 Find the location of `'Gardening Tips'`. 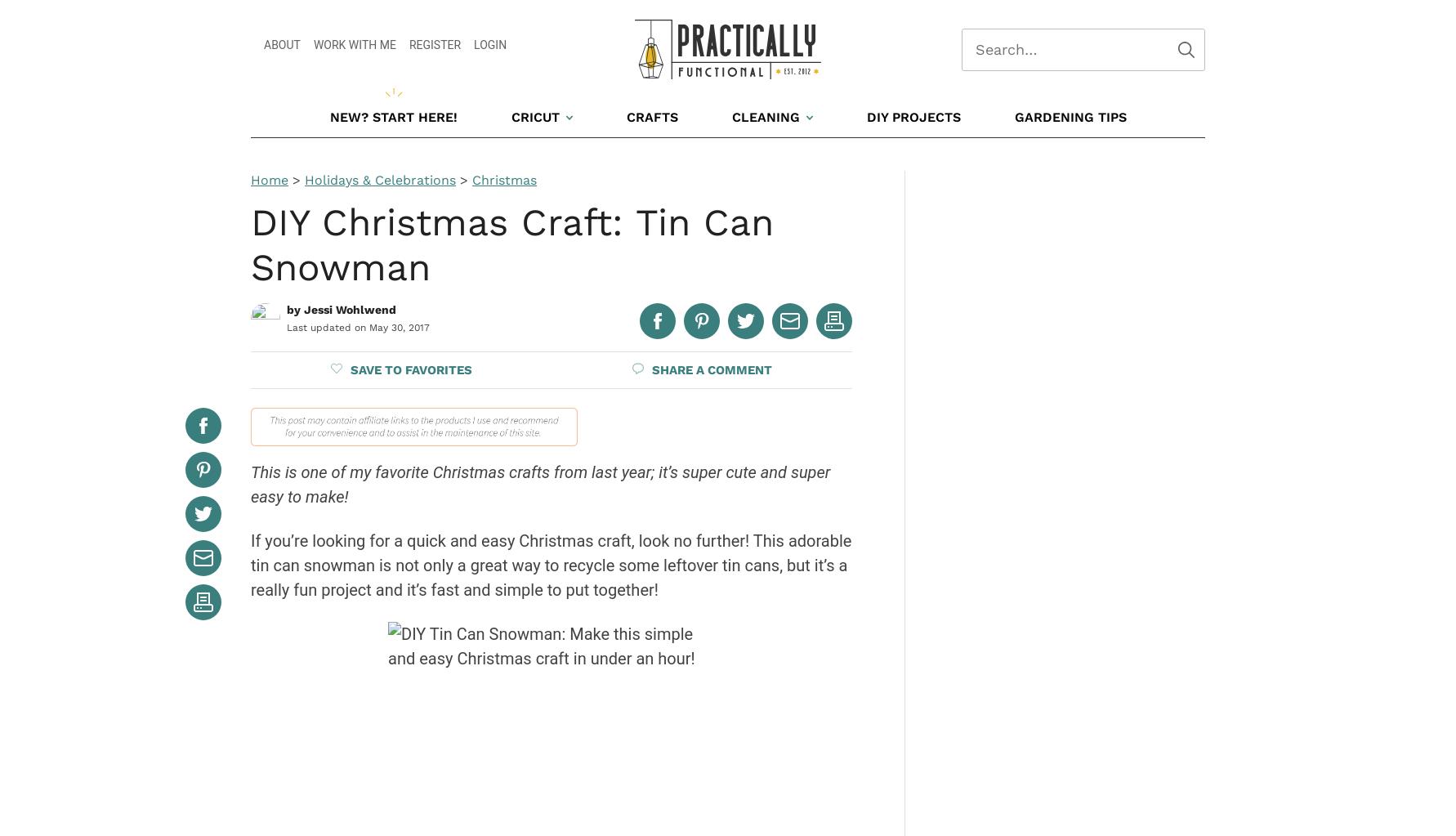

'Gardening Tips' is located at coordinates (1070, 116).